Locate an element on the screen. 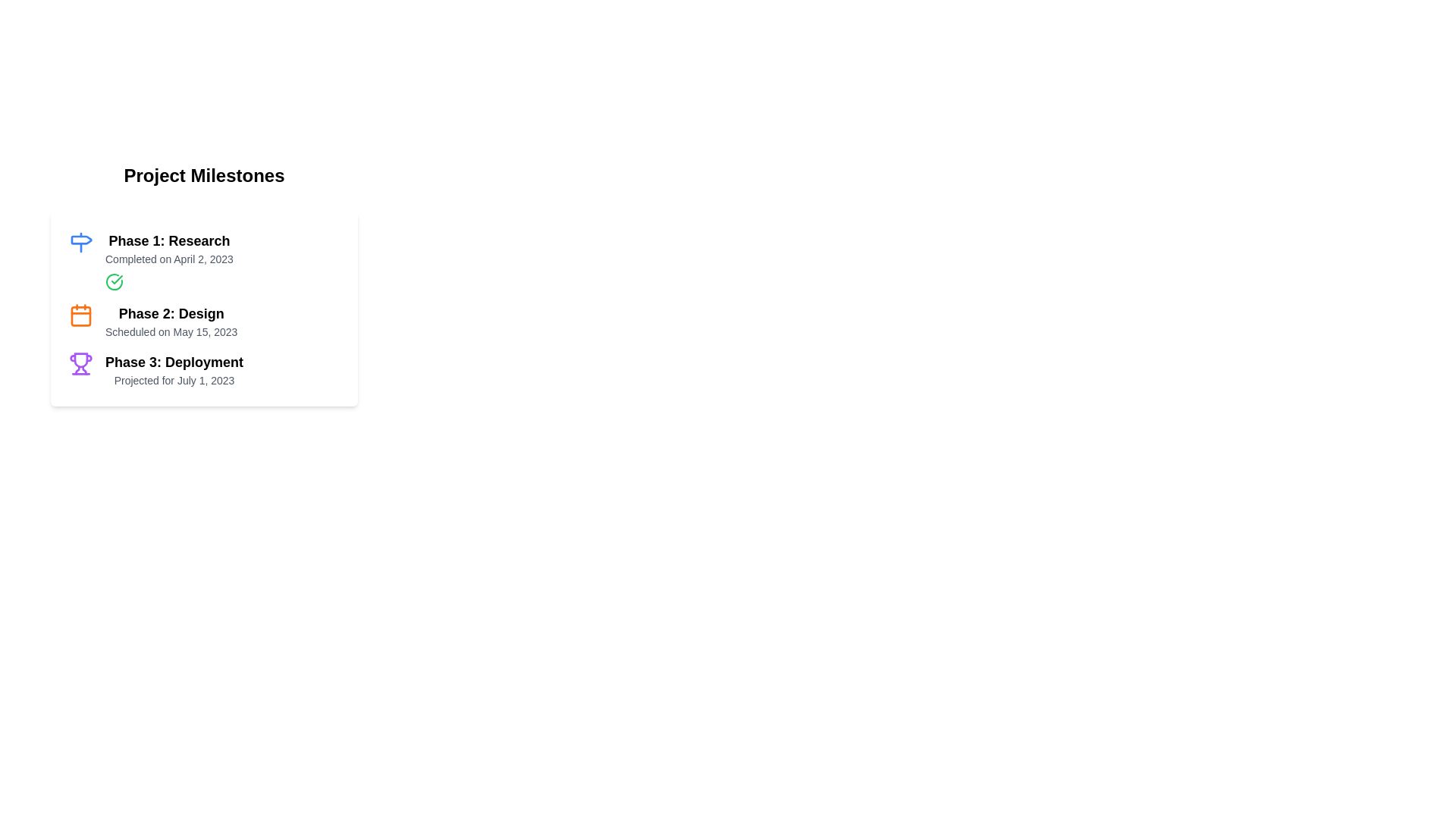 The height and width of the screenshot is (819, 1456). the Text label that displays the completion date of 'Phase 1: Research', located below the header and above the green checkmark icon in the 'Project Milestones' card is located at coordinates (169, 259).